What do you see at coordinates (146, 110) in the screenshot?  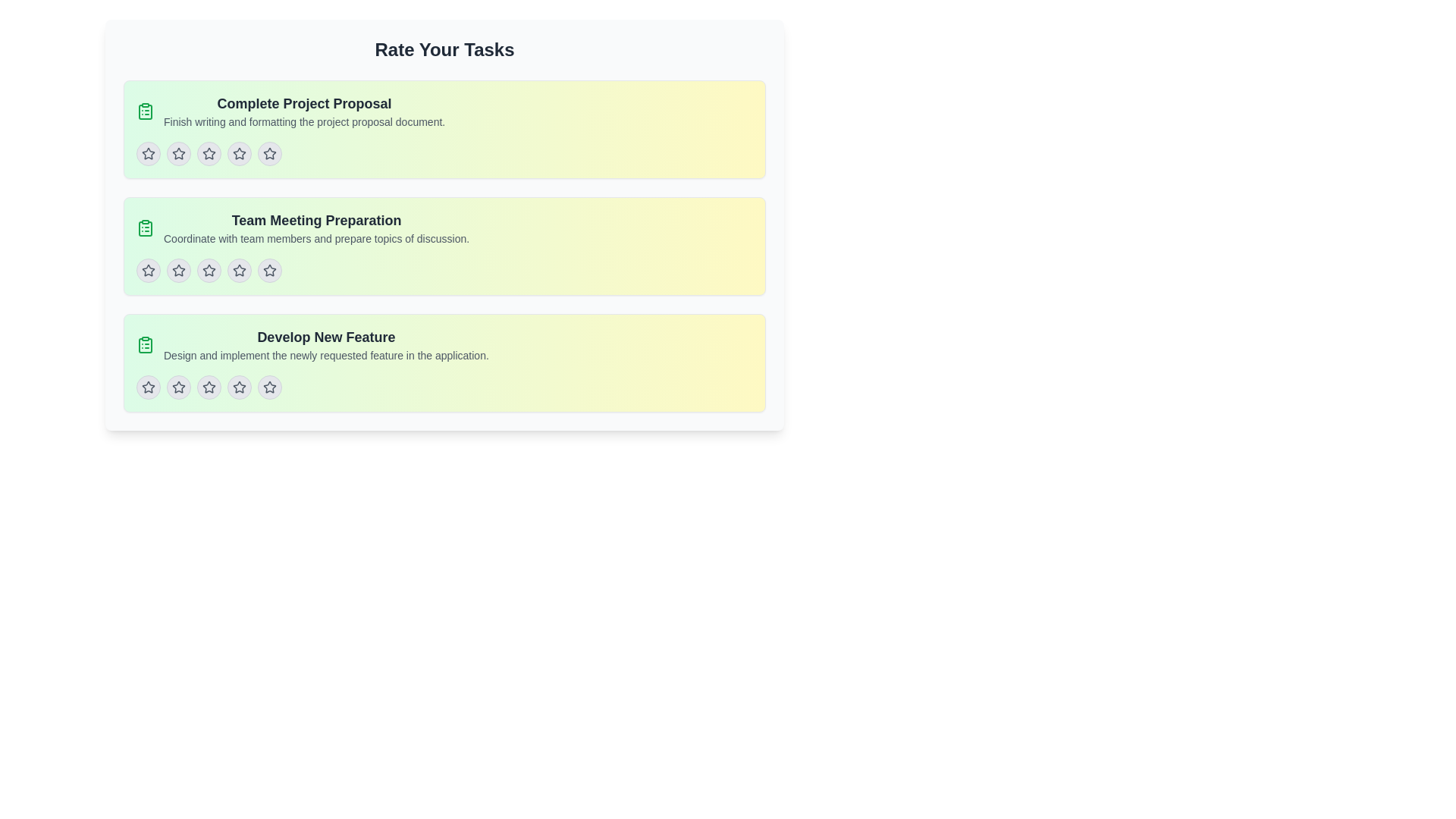 I see `the icon that serves as a visual marker for the task titled 'Complete Project Proposal', which is positioned to the left of the task title` at bounding box center [146, 110].